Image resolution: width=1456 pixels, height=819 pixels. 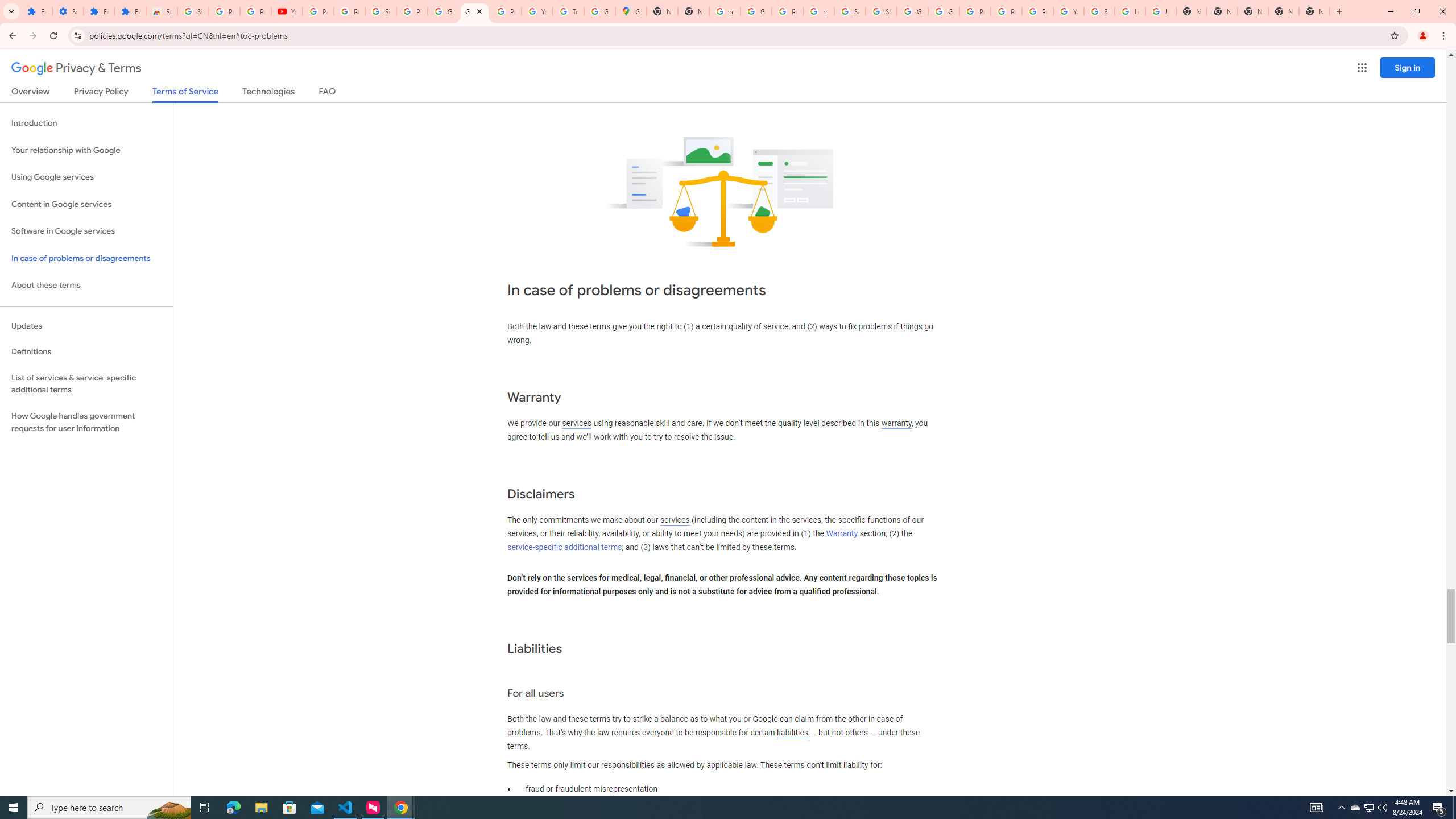 What do you see at coordinates (86, 150) in the screenshot?
I see `'Your relationship with Google'` at bounding box center [86, 150].